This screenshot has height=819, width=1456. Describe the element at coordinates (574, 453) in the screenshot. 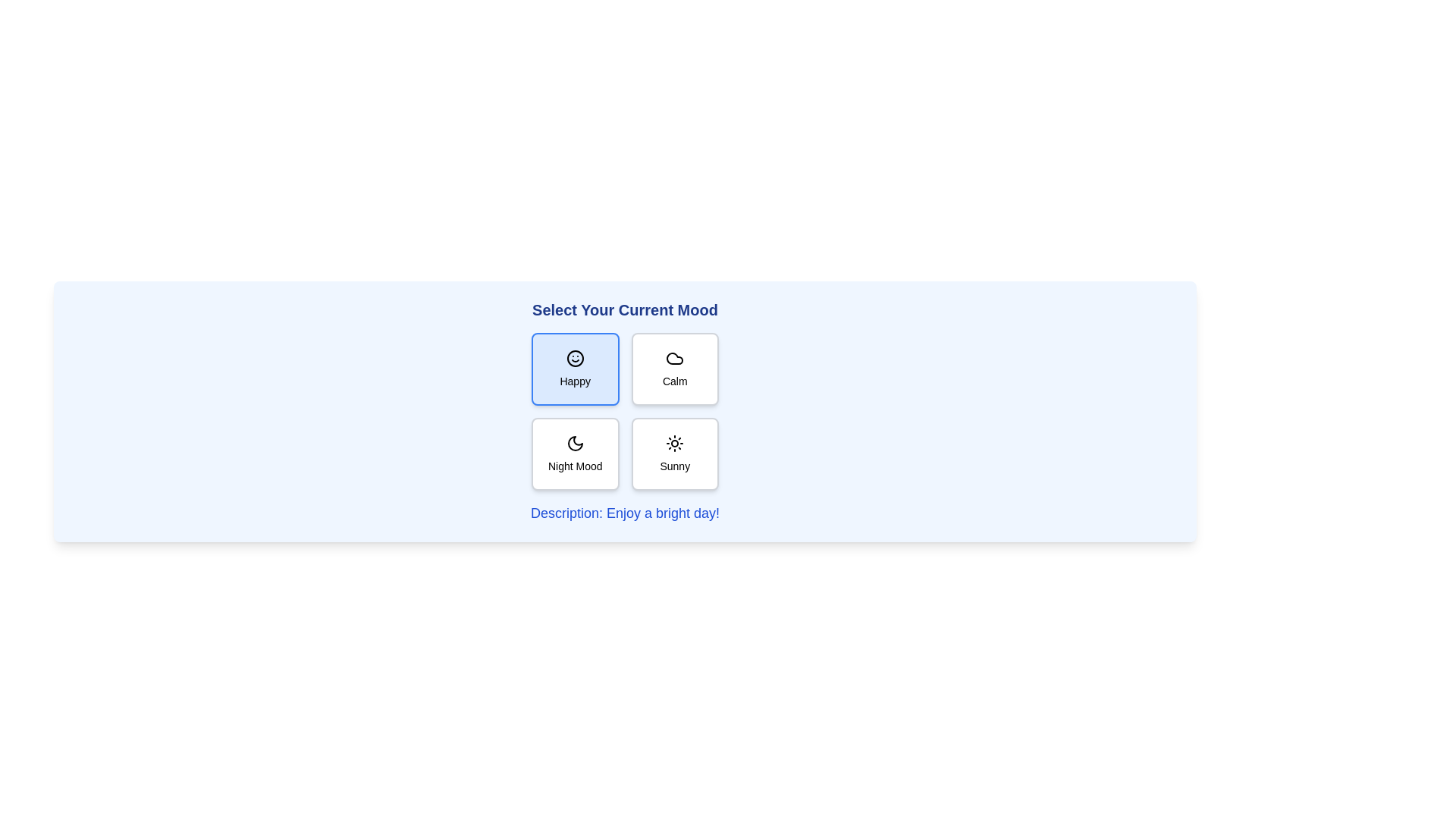

I see `the mood button labeled Night Mood` at that location.